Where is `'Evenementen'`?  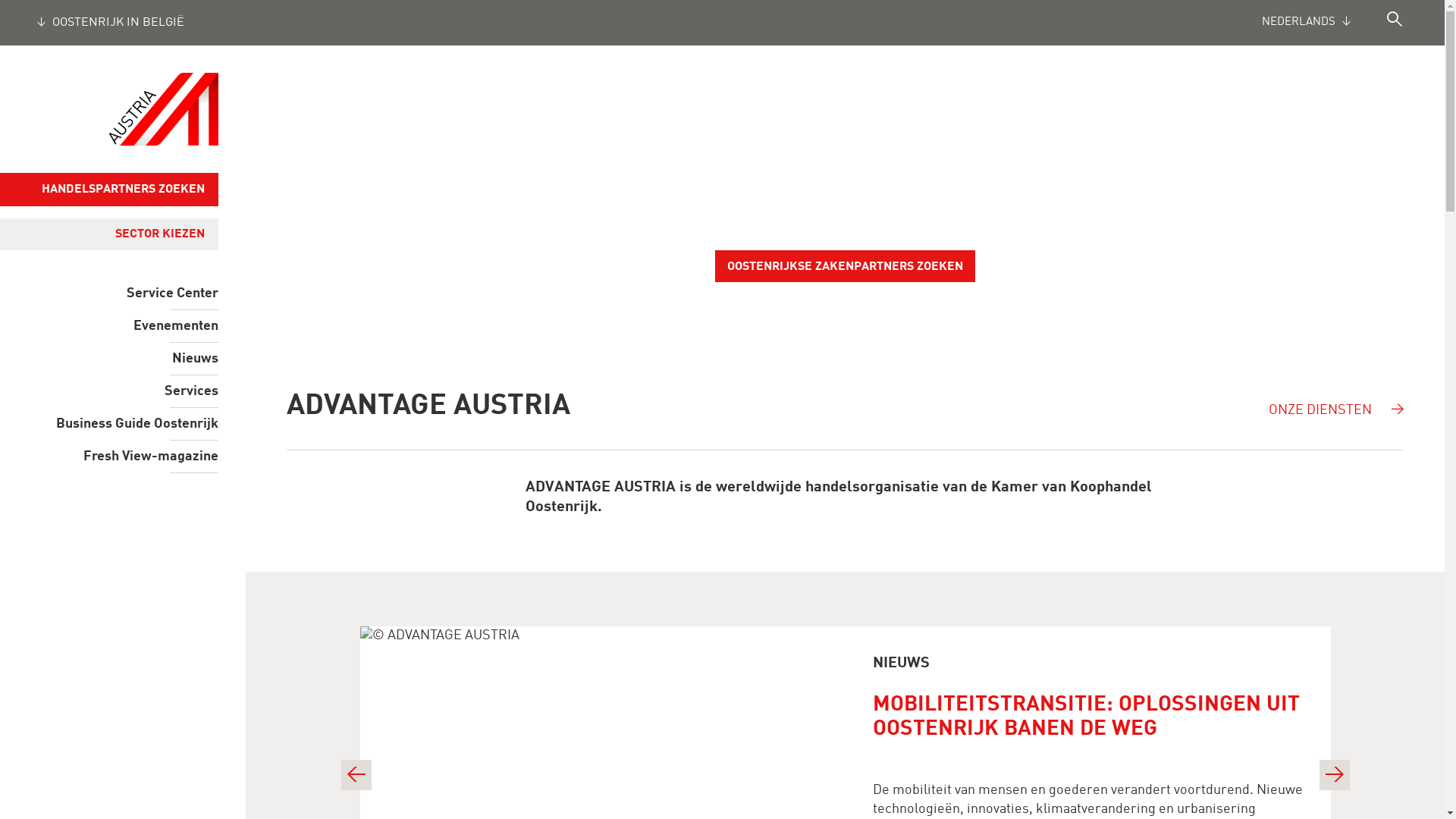
'Evenementen' is located at coordinates (108, 325).